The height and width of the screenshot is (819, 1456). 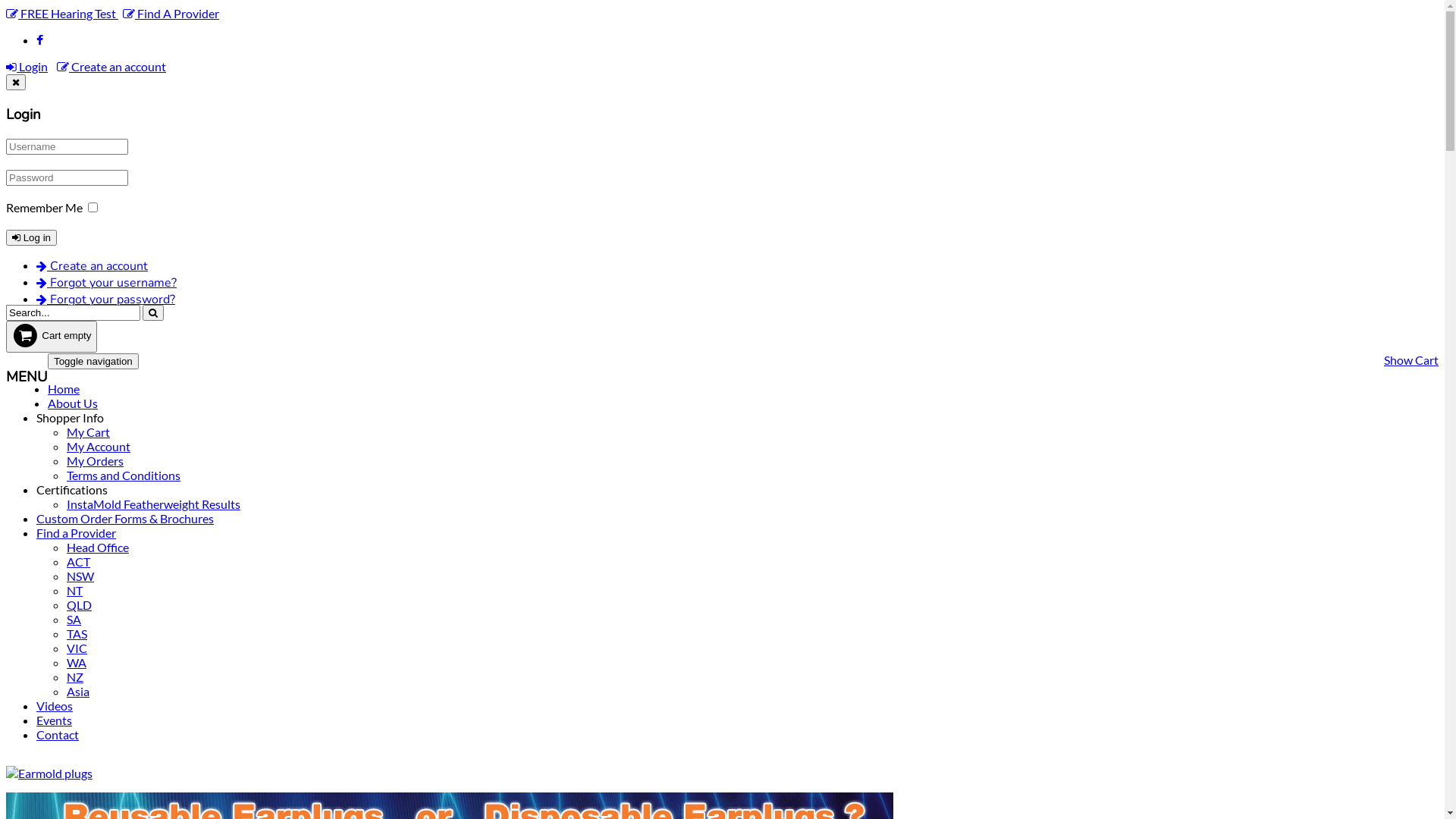 I want to click on 'TAS', so click(x=65, y=633).